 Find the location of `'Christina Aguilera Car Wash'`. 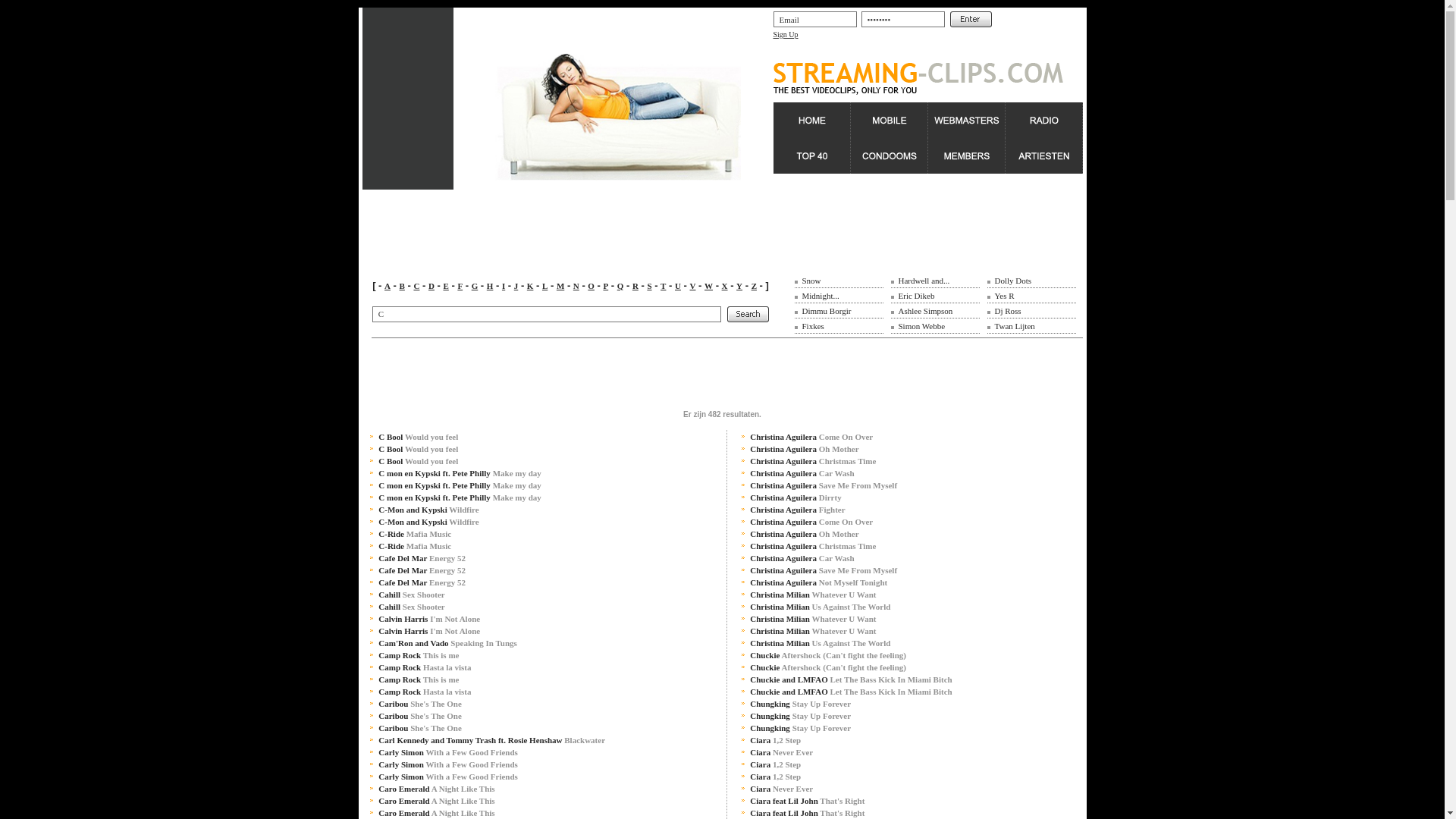

'Christina Aguilera Car Wash' is located at coordinates (801, 472).